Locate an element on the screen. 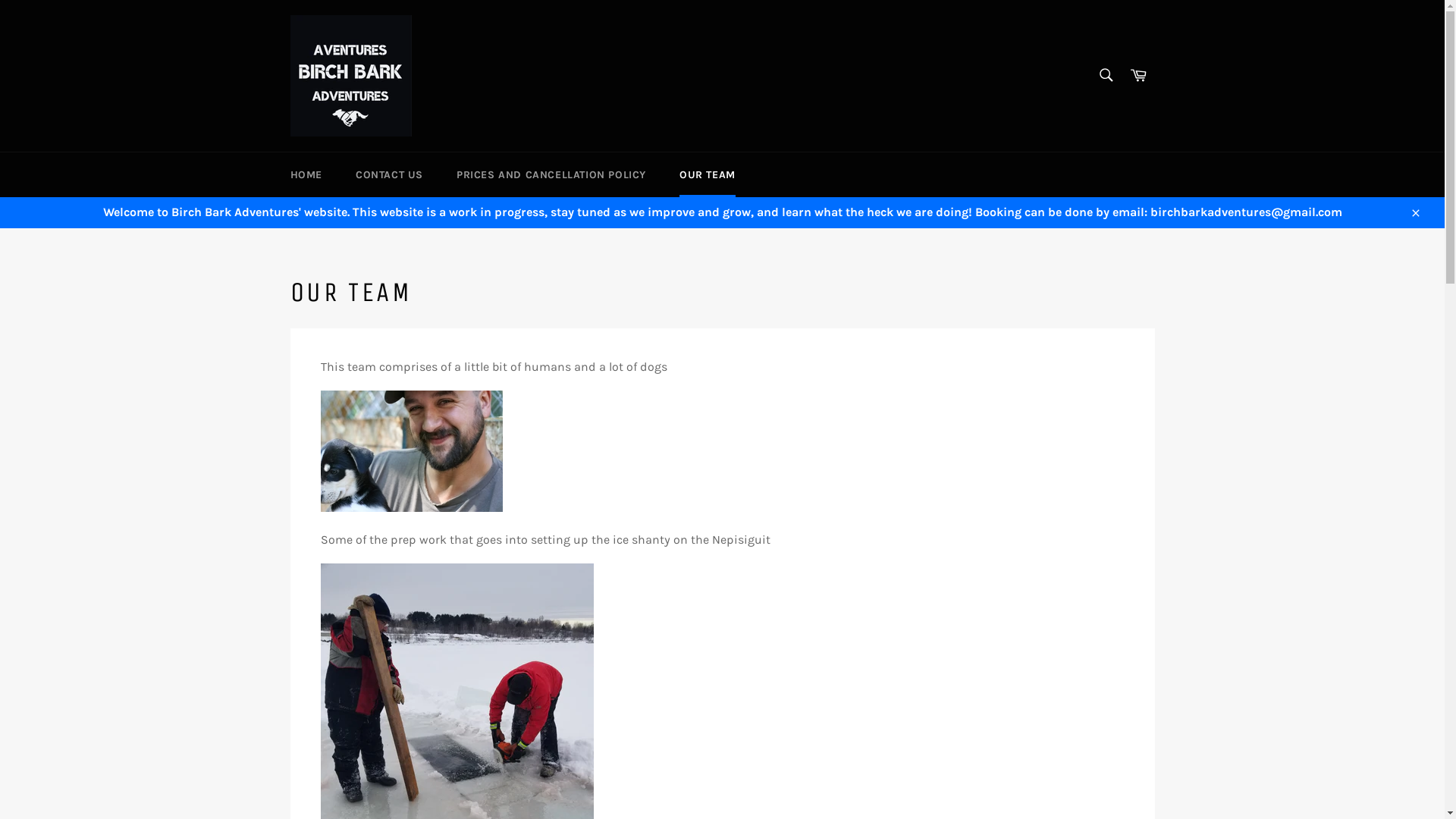  'OUR TEAM' is located at coordinates (706, 174).